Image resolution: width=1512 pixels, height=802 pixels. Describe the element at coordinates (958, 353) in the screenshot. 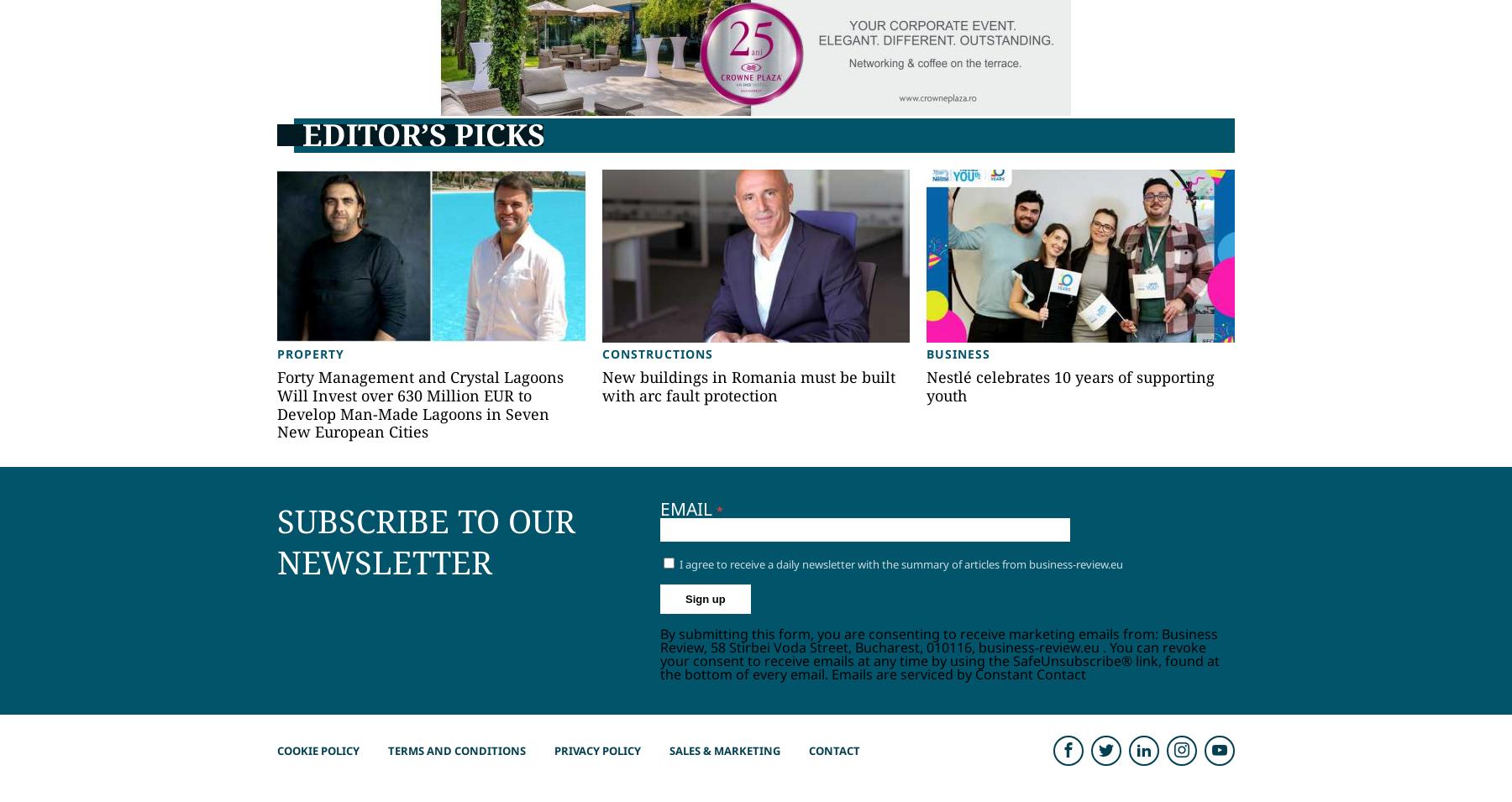

I see `'Business'` at that location.